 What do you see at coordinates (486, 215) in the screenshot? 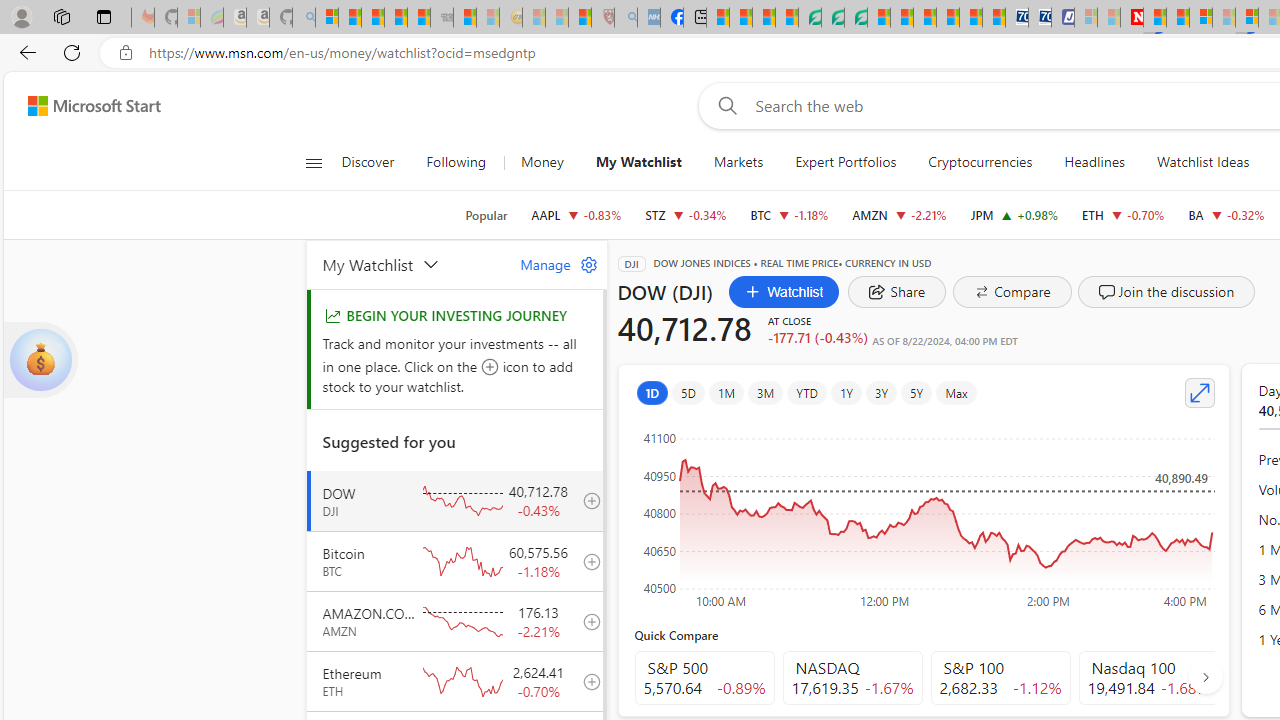
I see `'Popular'` at bounding box center [486, 215].